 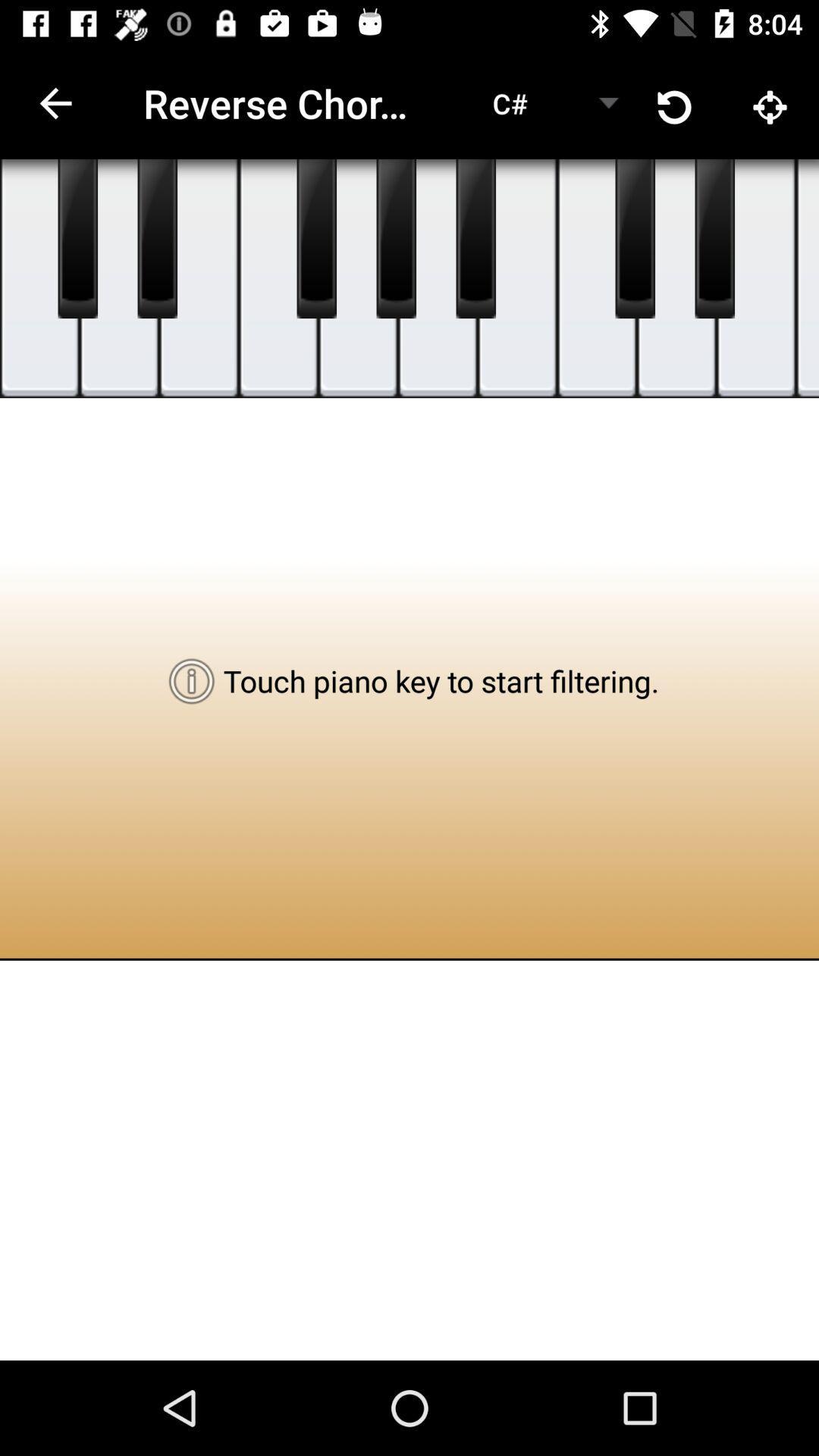 I want to click on the button which is next to the refresh, so click(x=771, y=103).